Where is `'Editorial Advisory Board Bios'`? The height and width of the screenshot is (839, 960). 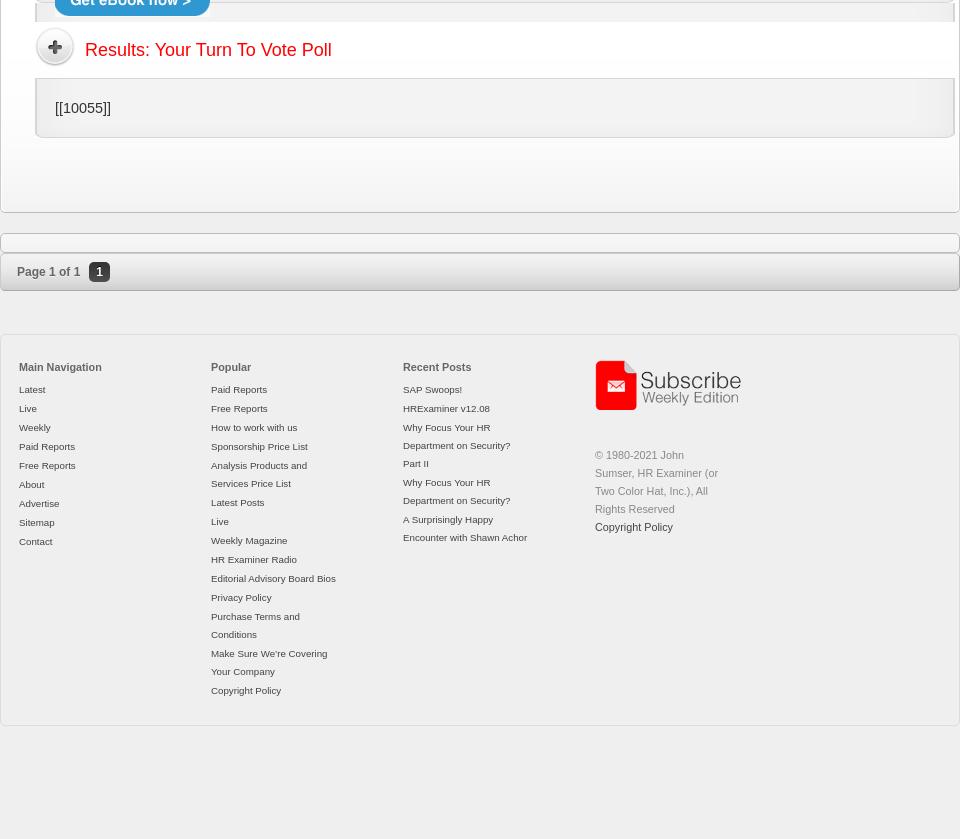
'Editorial Advisory Board Bios' is located at coordinates (211, 577).